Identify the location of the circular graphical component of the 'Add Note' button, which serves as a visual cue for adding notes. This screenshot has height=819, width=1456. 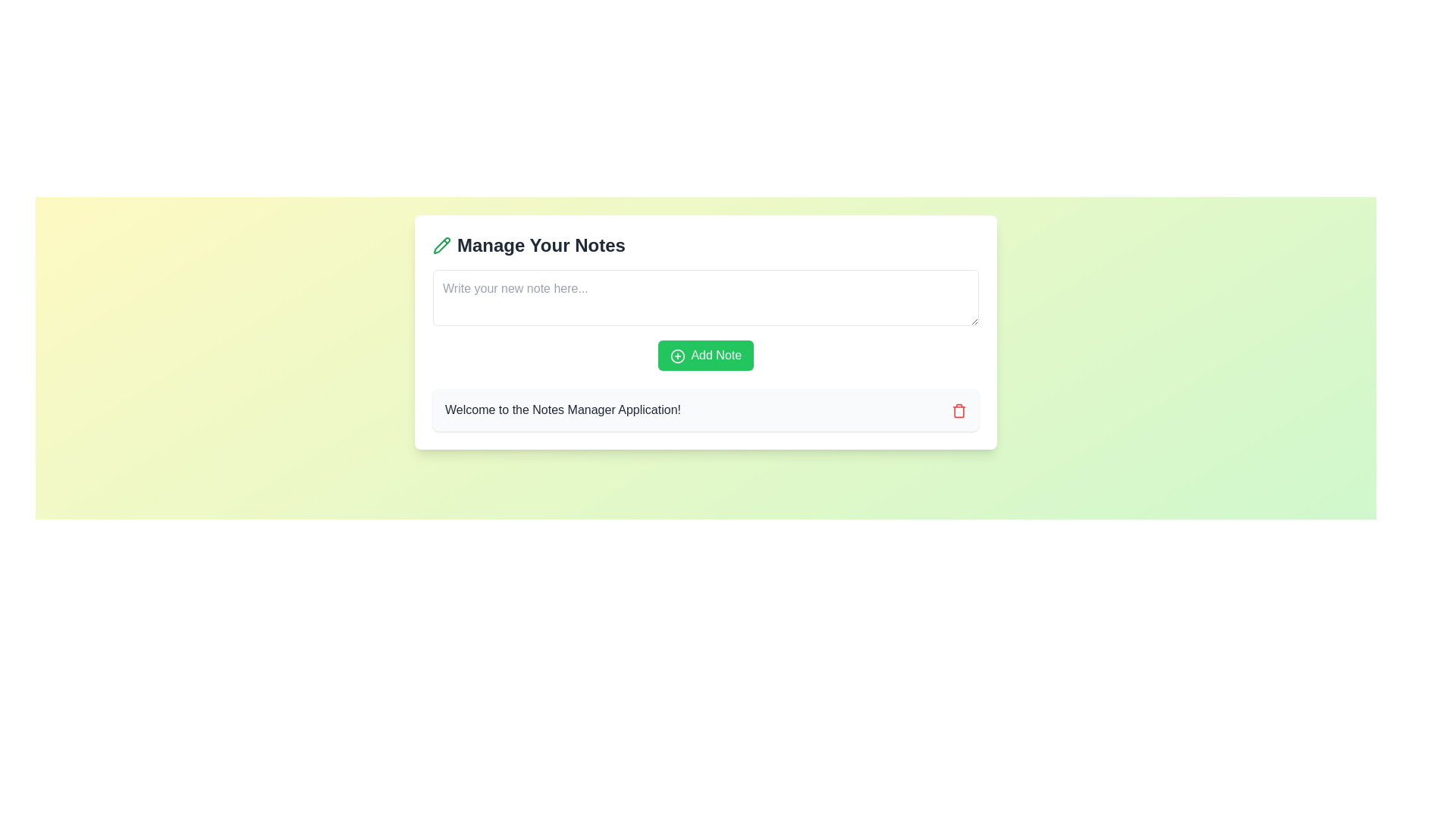
(676, 356).